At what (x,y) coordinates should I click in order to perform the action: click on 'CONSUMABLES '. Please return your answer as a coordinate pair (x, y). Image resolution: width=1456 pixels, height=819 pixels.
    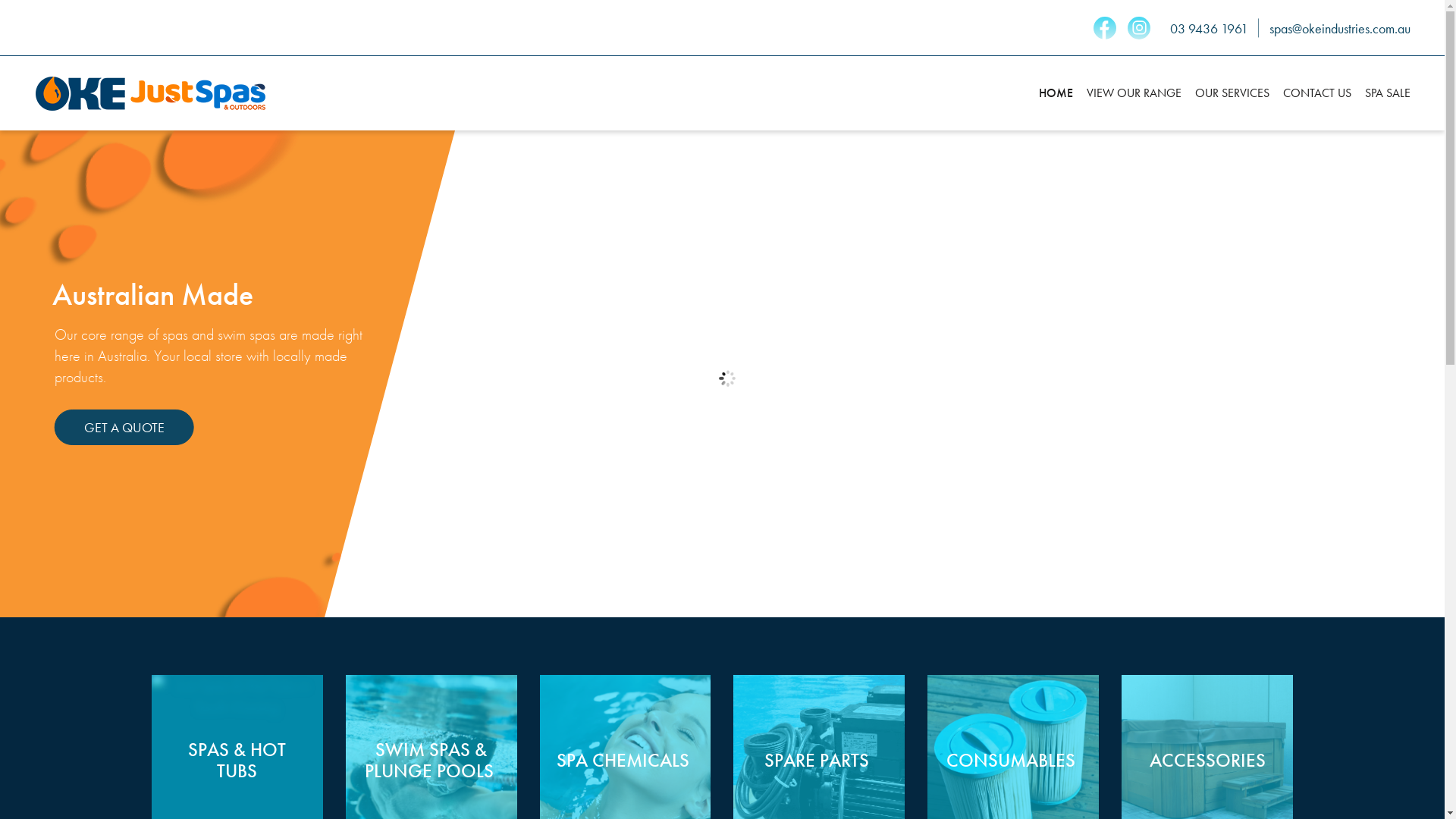
    Looking at the image, I should click on (1012, 760).